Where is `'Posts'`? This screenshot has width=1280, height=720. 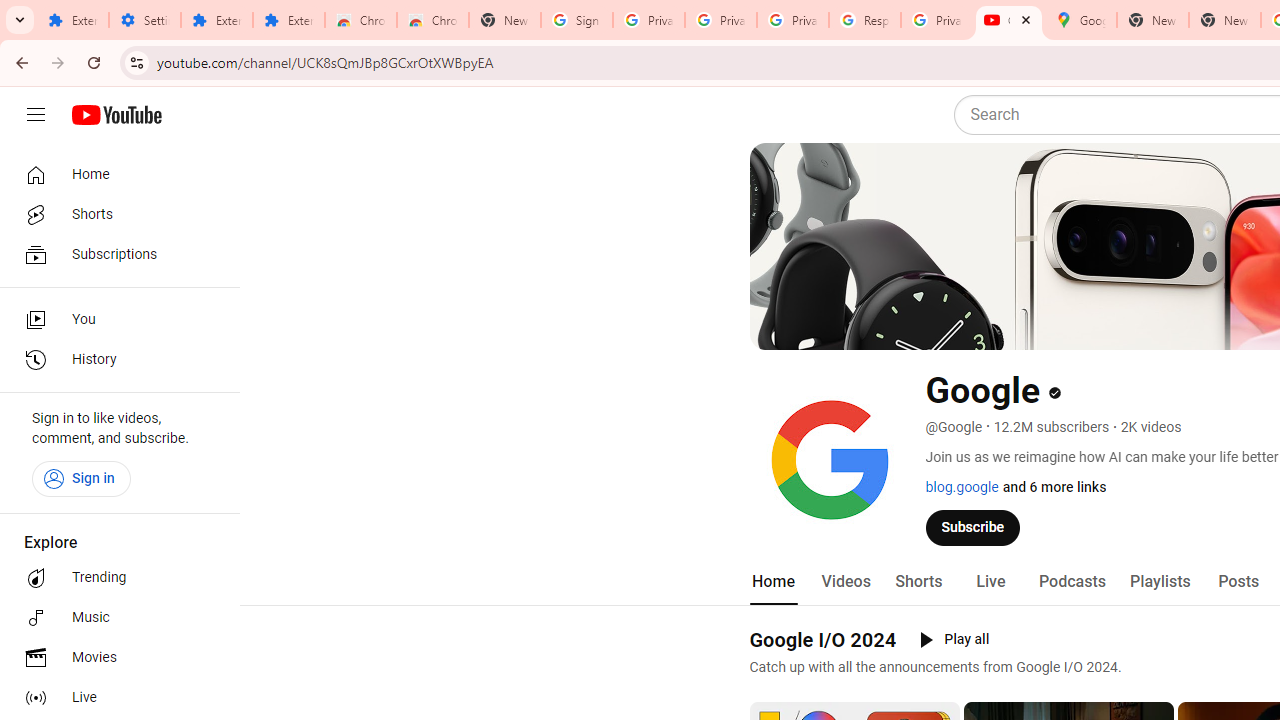
'Posts' is located at coordinates (1237, 581).